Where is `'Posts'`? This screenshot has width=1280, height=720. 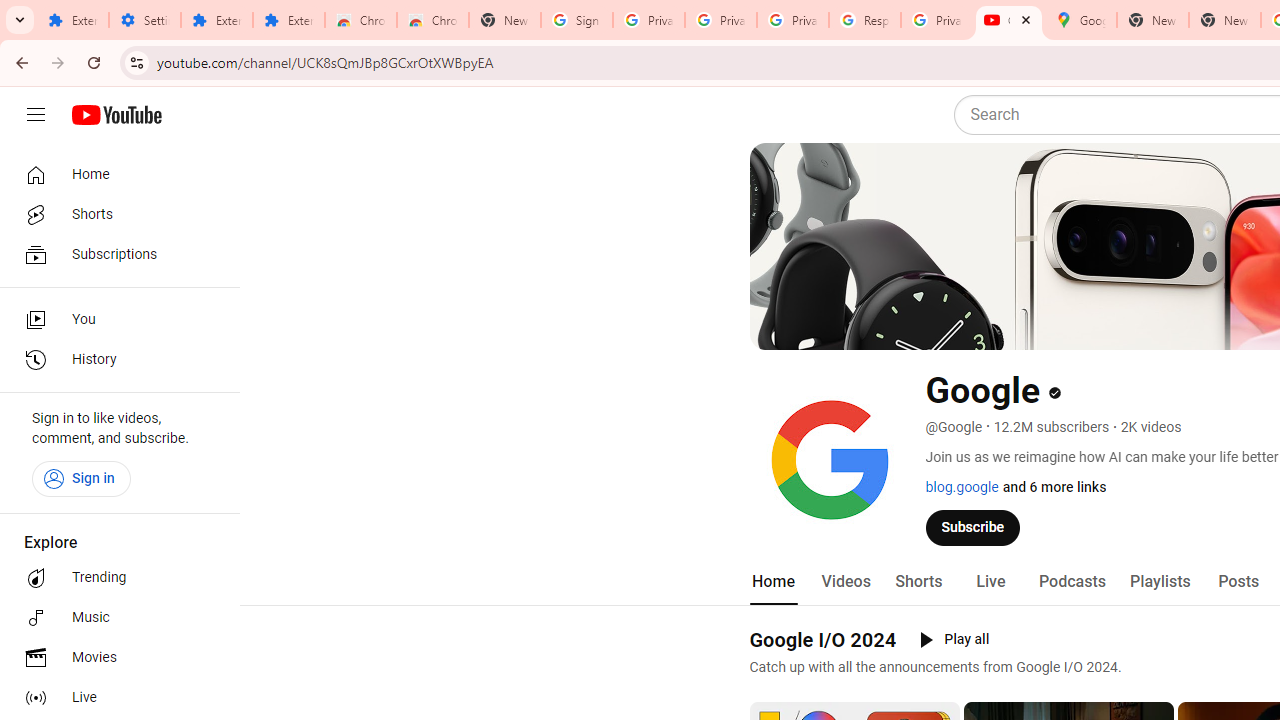
'Posts' is located at coordinates (1237, 581).